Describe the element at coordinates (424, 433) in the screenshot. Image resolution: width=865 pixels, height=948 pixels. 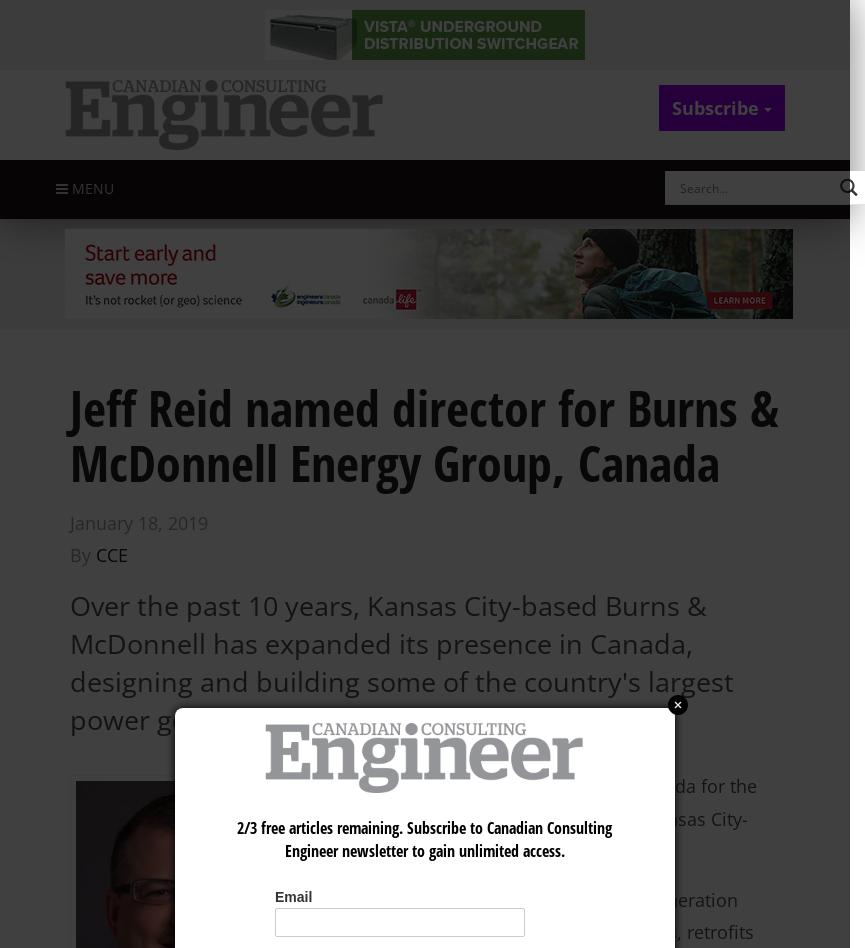
I see `'Jeff Reid named director for Burns & McDonnell Energy Group, Canada'` at that location.